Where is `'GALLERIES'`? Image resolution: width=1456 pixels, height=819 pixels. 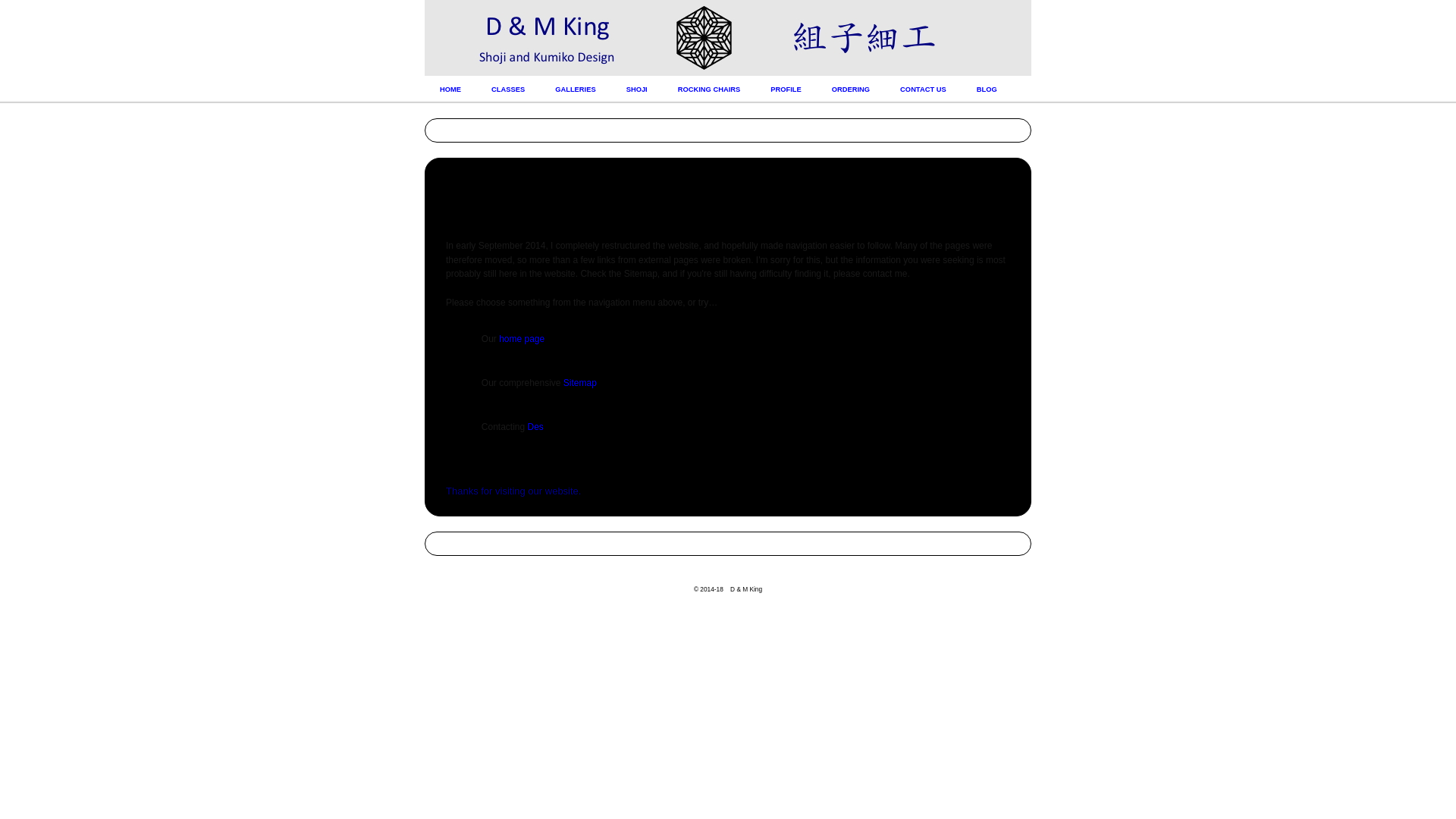 'GALLERIES' is located at coordinates (574, 89).